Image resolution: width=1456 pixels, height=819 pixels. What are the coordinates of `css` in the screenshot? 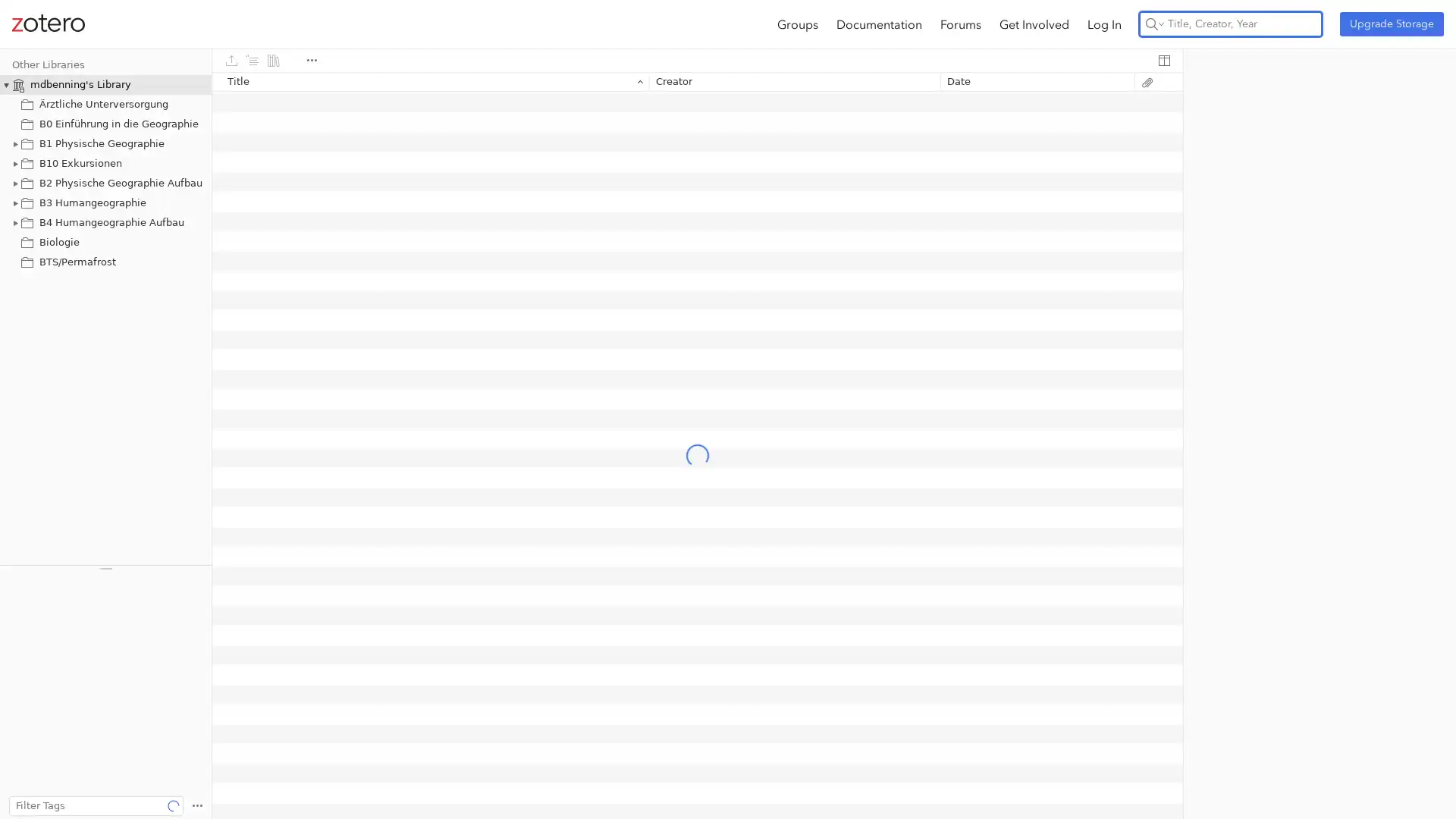 It's located at (19, 681).